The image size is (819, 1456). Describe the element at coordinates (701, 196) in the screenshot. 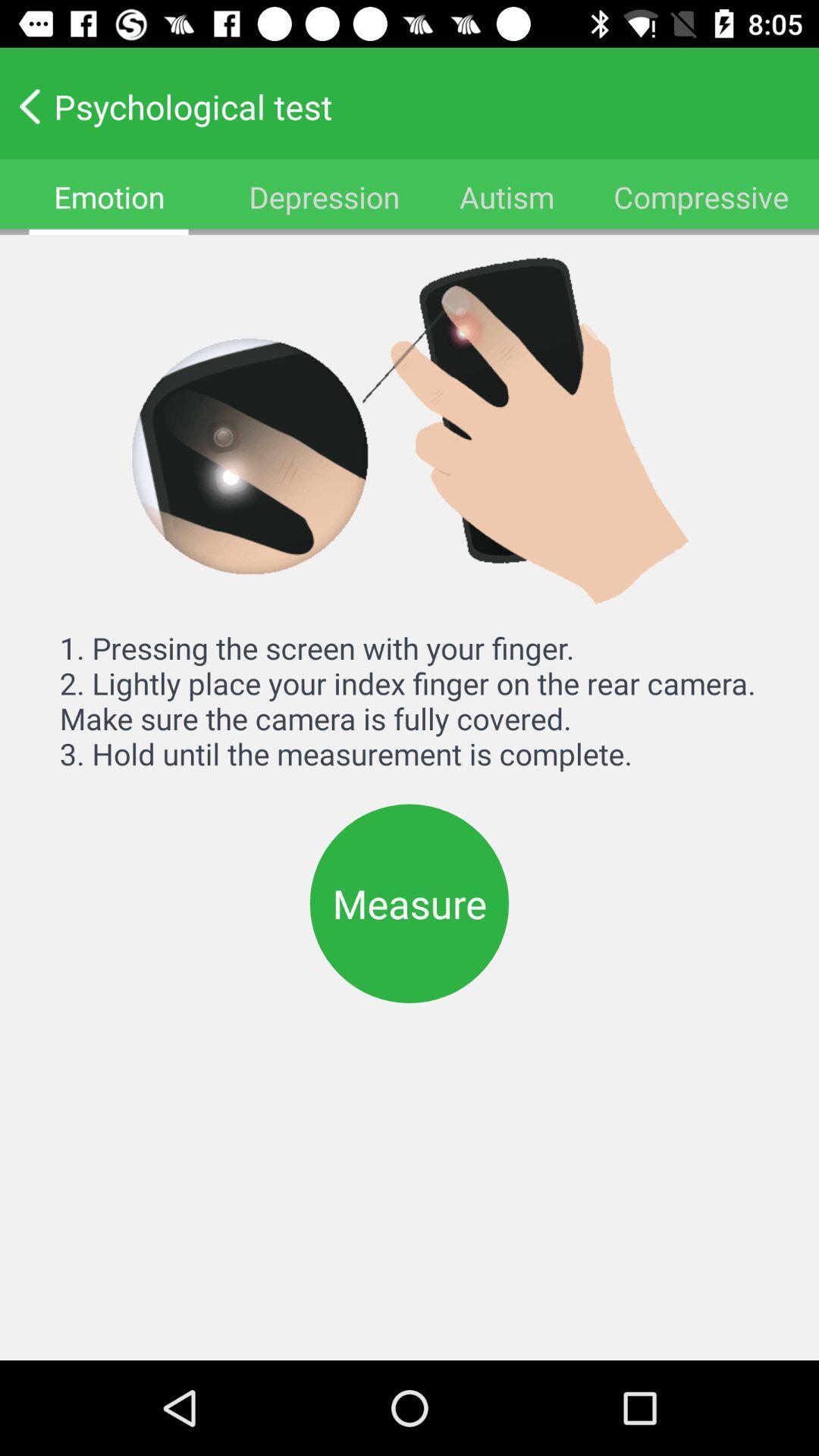

I see `icon below psychological test icon` at that location.